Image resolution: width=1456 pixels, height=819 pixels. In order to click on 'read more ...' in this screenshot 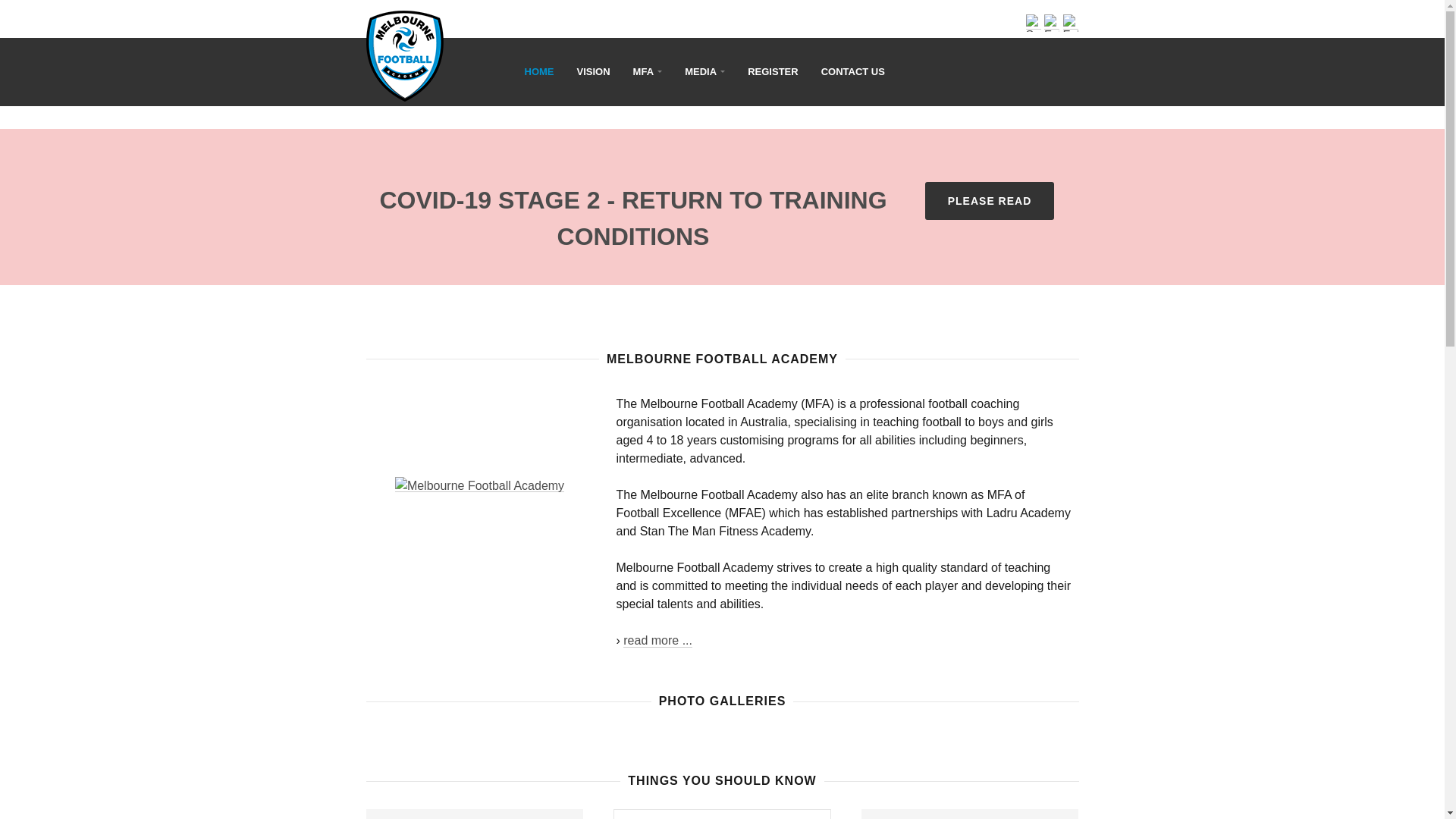, I will do `click(623, 640)`.